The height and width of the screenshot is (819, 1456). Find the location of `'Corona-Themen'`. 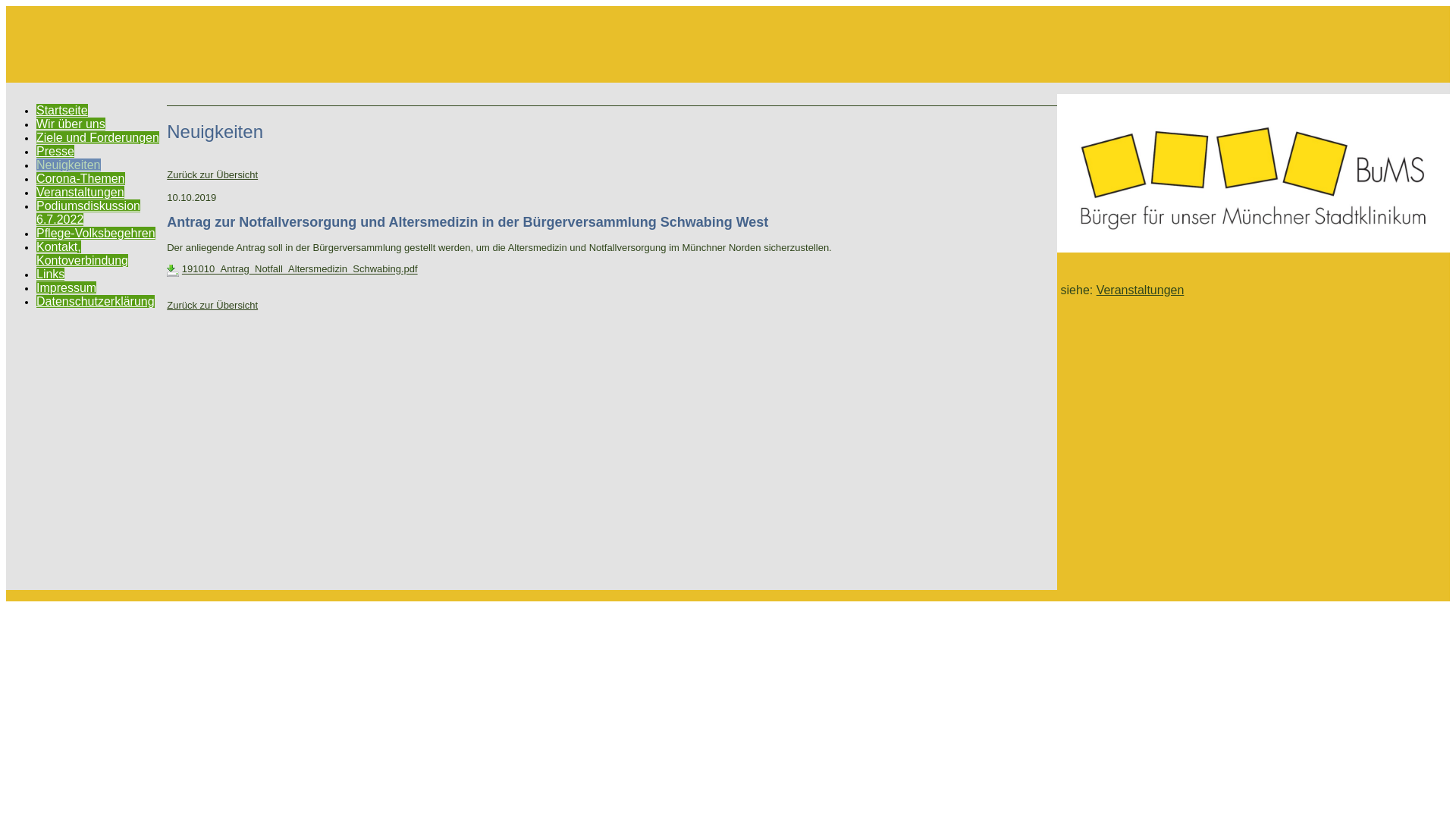

'Corona-Themen' is located at coordinates (36, 177).